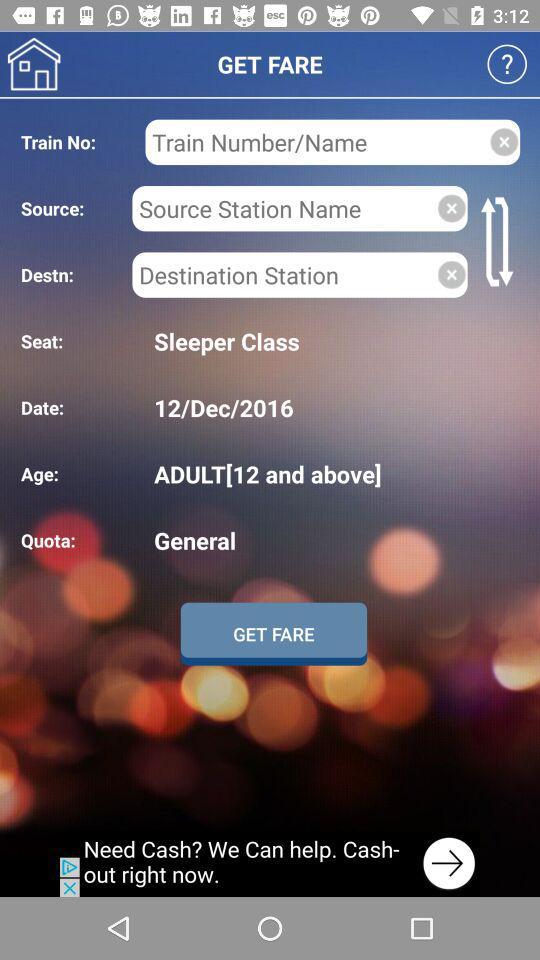 Image resolution: width=540 pixels, height=960 pixels. What do you see at coordinates (270, 863) in the screenshot?
I see `advertisement` at bounding box center [270, 863].